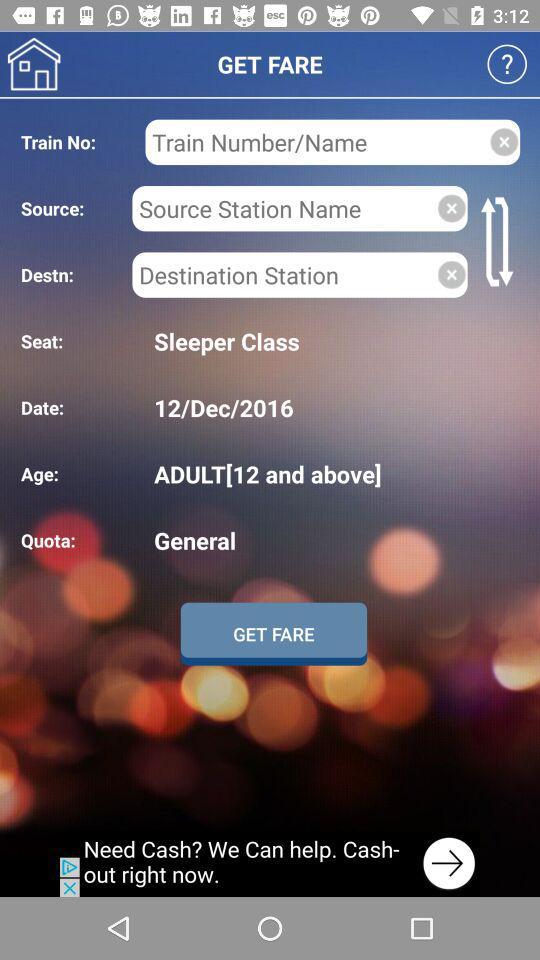 Image resolution: width=540 pixels, height=960 pixels. What do you see at coordinates (270, 863) in the screenshot?
I see `advertisement` at bounding box center [270, 863].